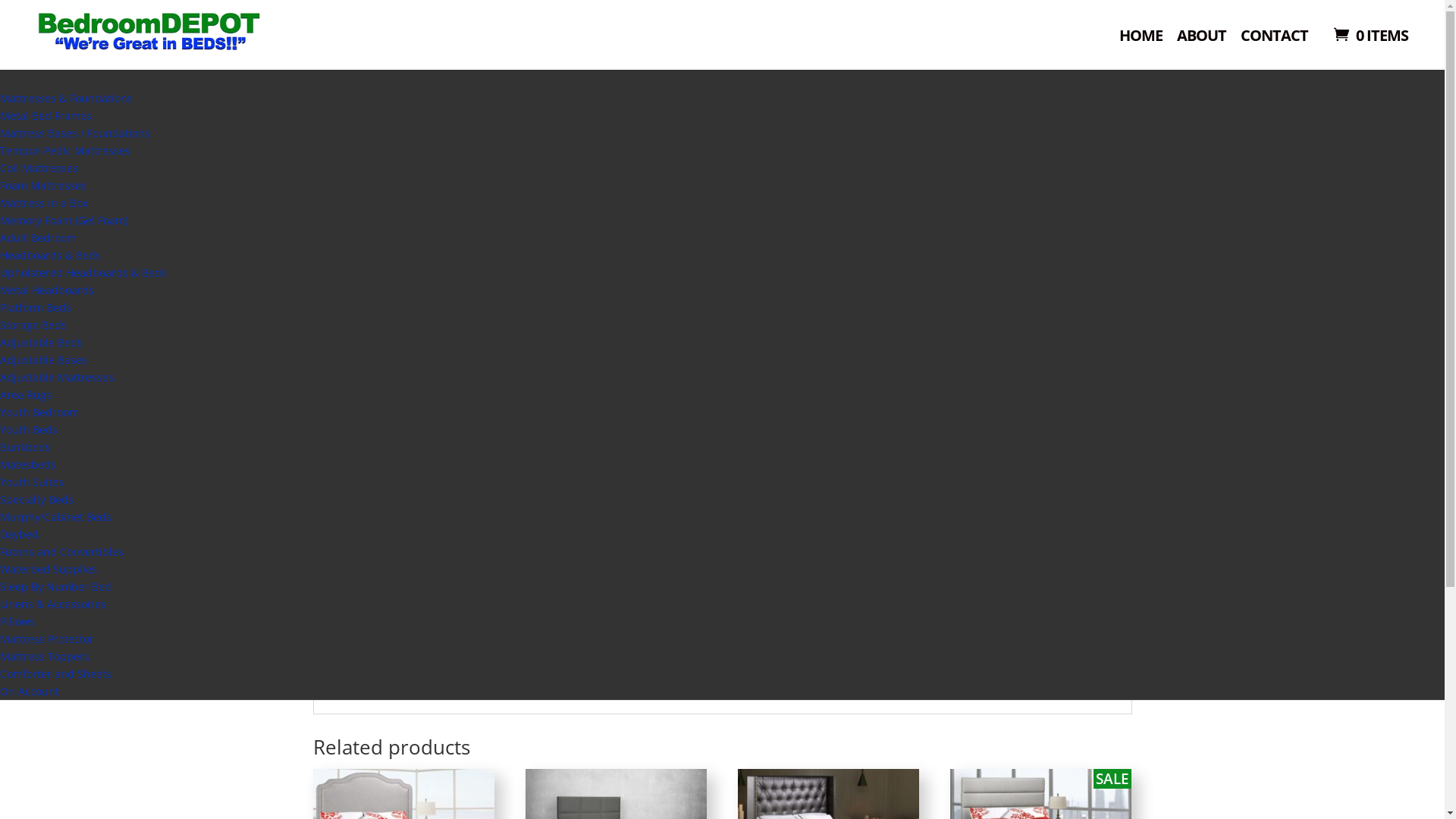 Image resolution: width=1456 pixels, height=819 pixels. Describe the element at coordinates (83, 271) in the screenshot. I see `'Upholstered Headboards & Beds'` at that location.